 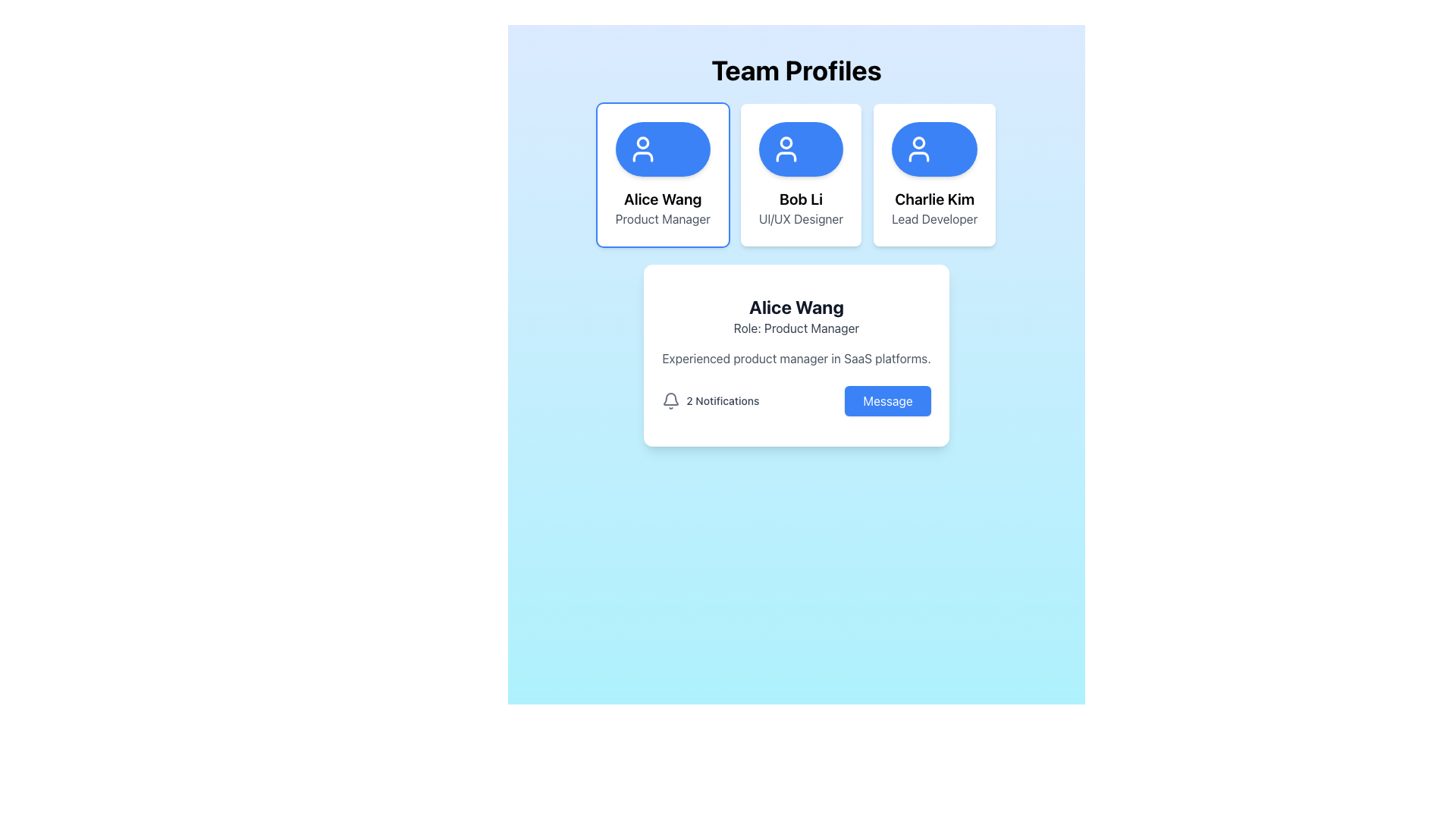 What do you see at coordinates (642, 157) in the screenshot?
I see `the user profile icon for 'Alice Wang' located in the top left of the interface within the first profile card in the 'Team Profiles' section` at bounding box center [642, 157].